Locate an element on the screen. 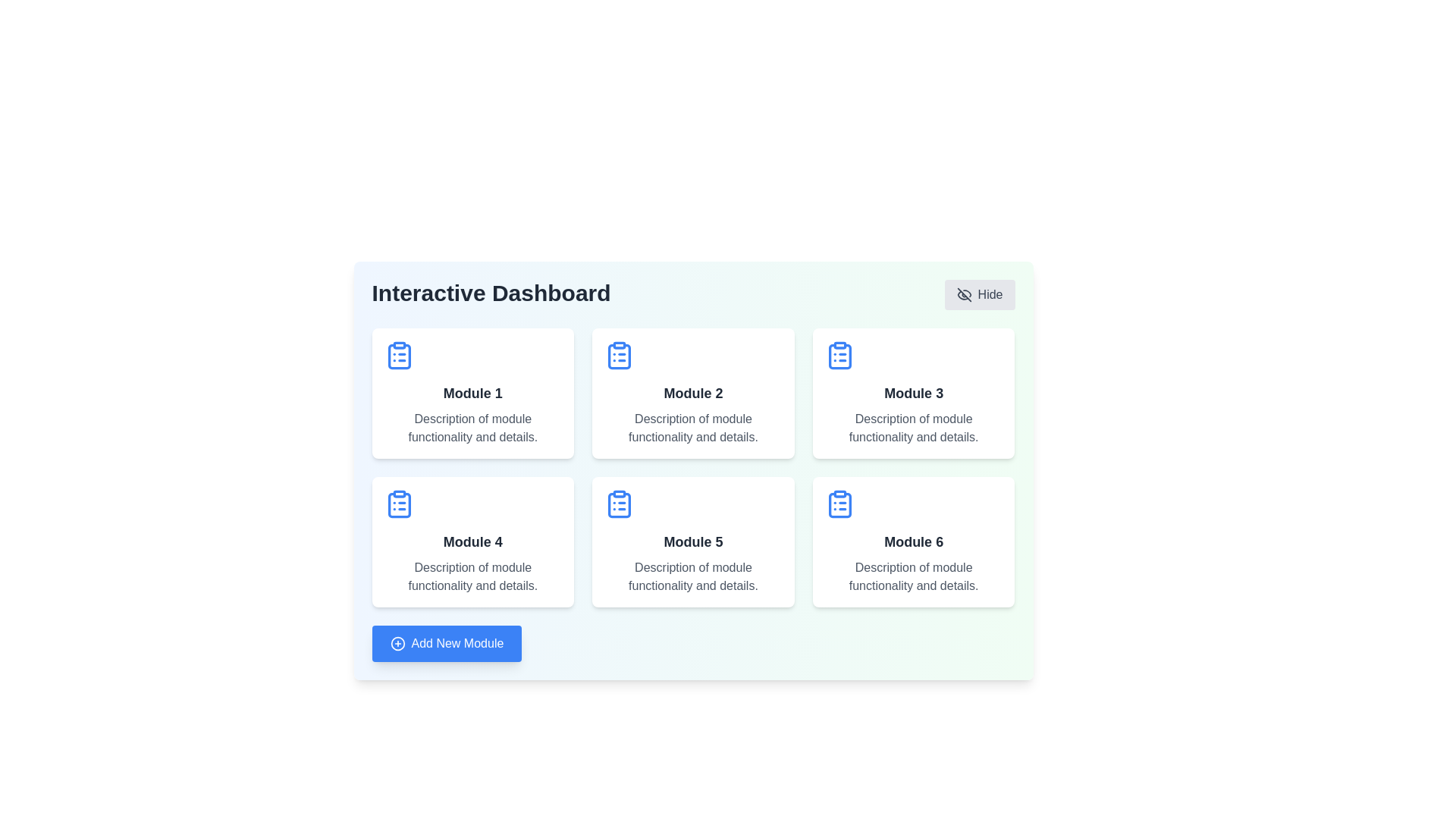  the Text label that serves as the title for the corresponding module, located in the second card of the first row, positioned above a description and below an icon is located at coordinates (692, 393).